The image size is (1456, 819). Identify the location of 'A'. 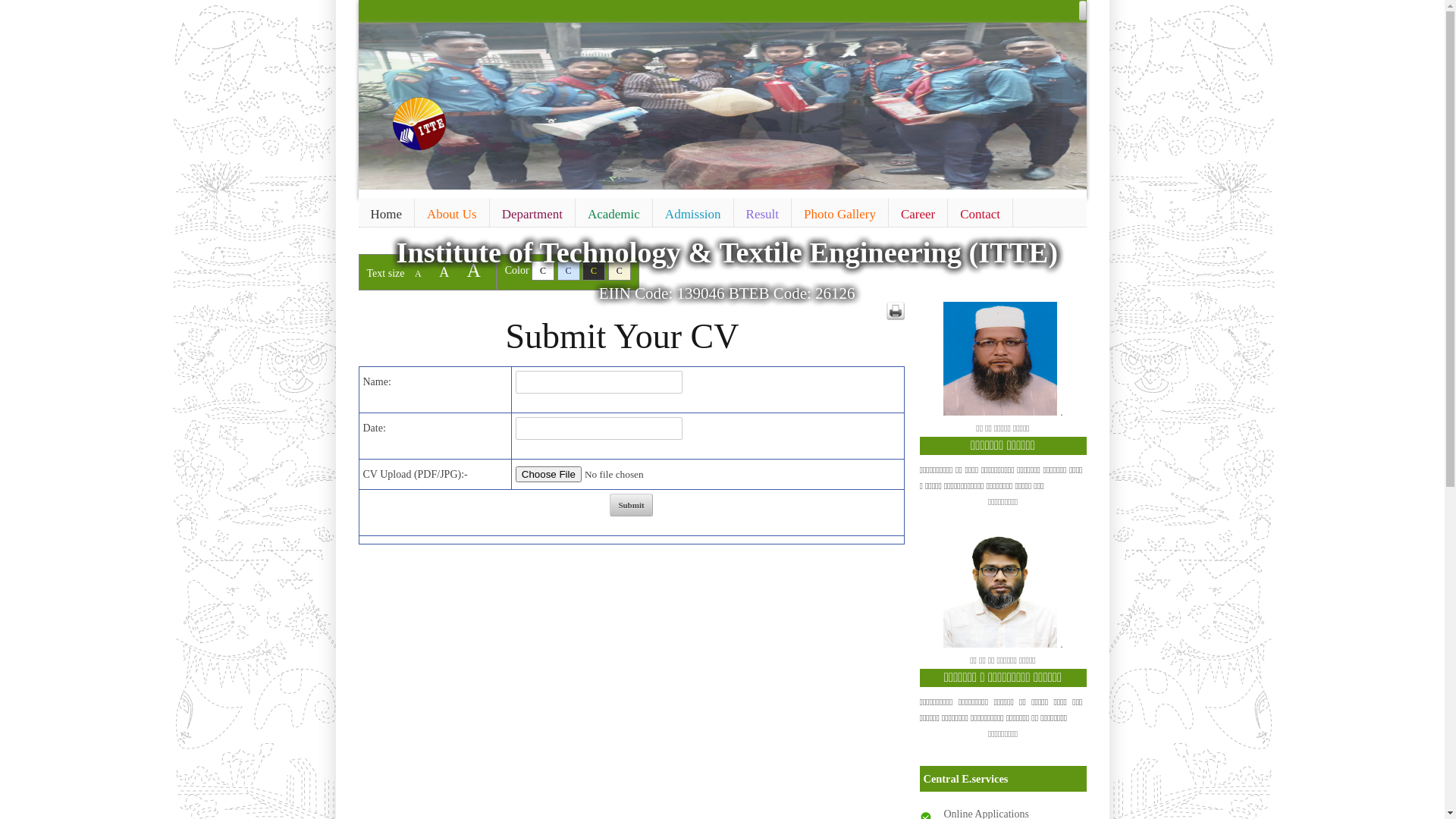
(472, 269).